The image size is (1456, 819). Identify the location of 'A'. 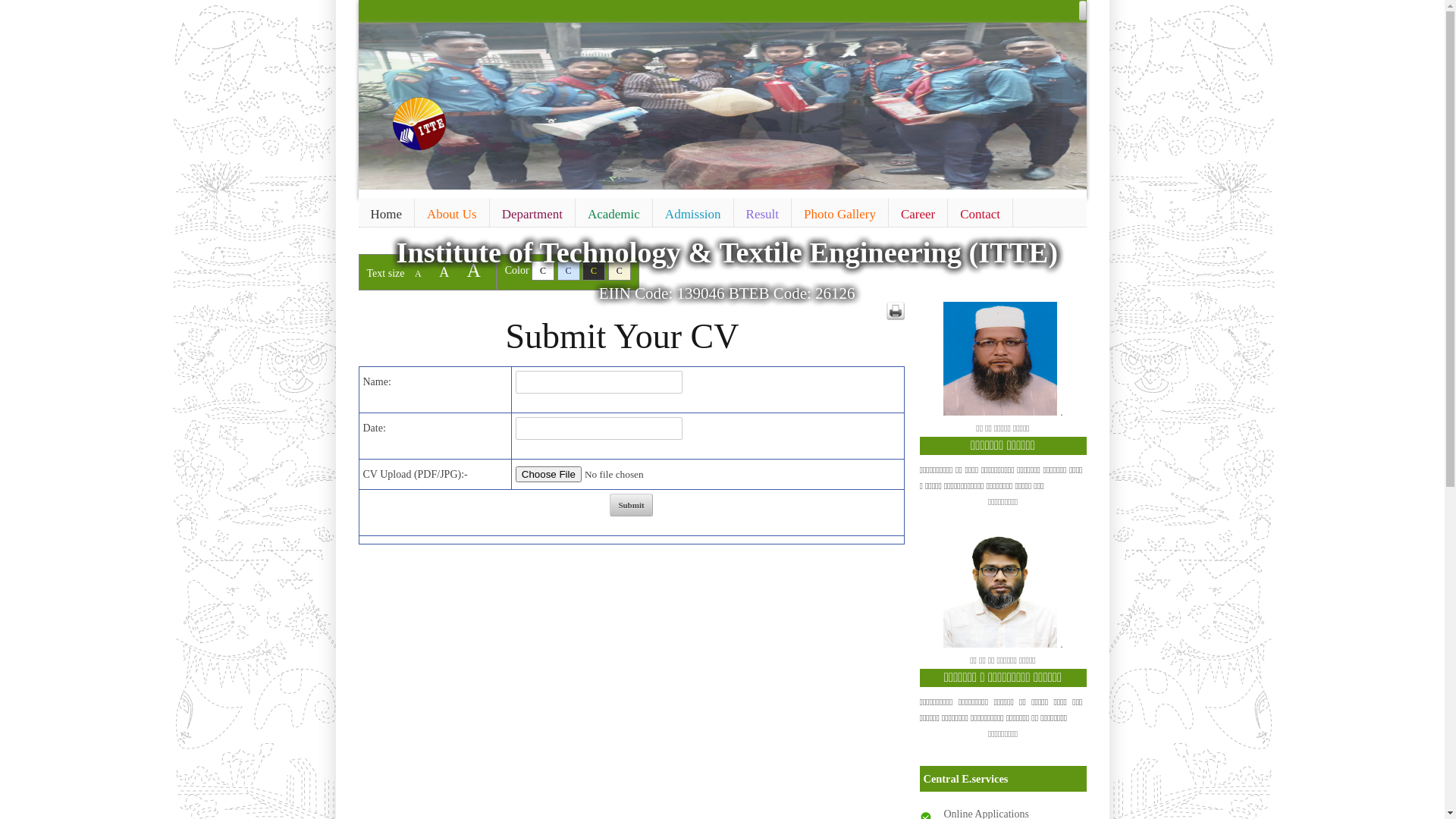
(472, 269).